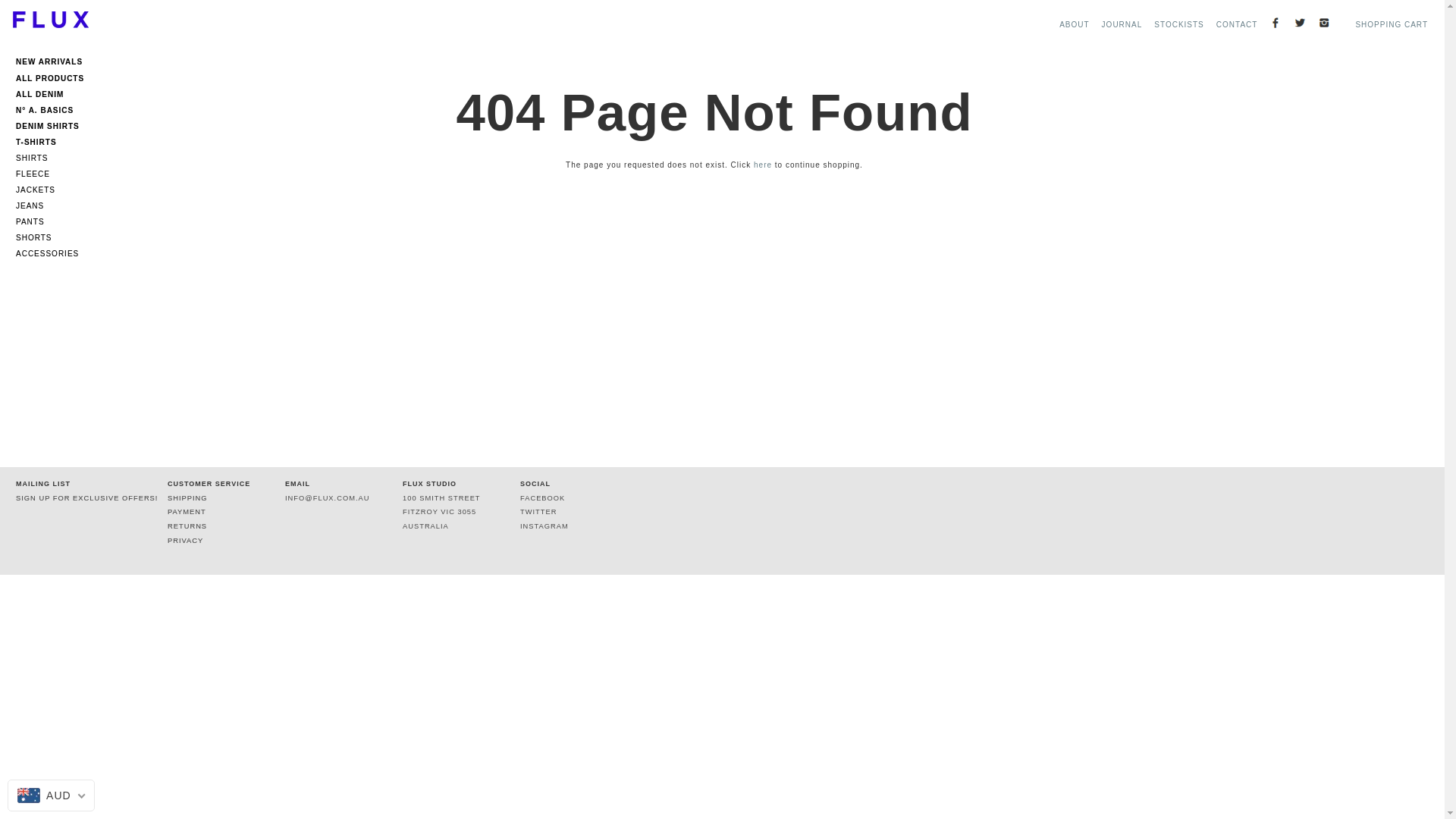 The image size is (1456, 819). What do you see at coordinates (284, 497) in the screenshot?
I see `'INFO@FLUX.COM.AU'` at bounding box center [284, 497].